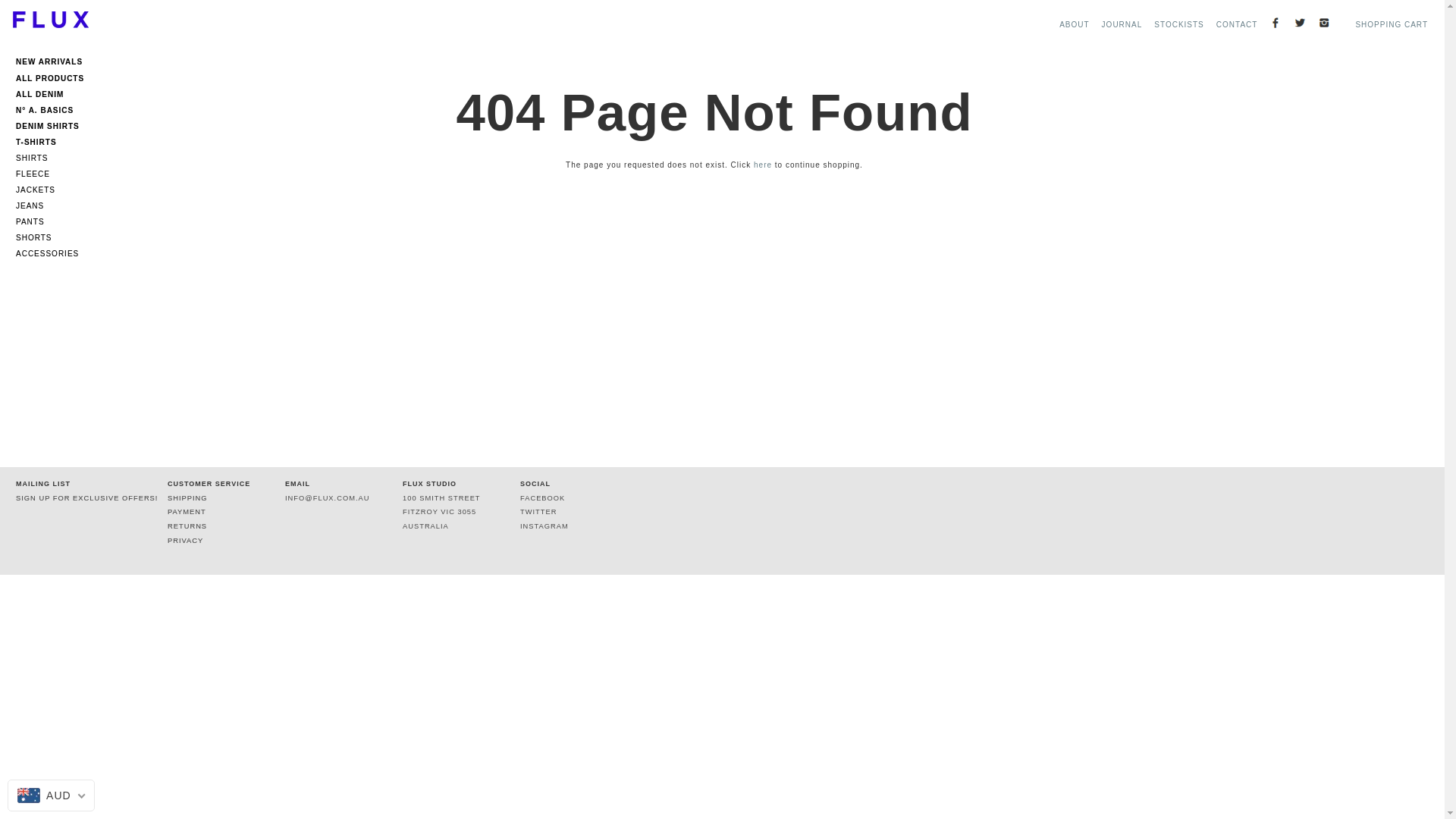 The image size is (1456, 819). What do you see at coordinates (284, 497) in the screenshot?
I see `'INFO@FLUX.COM.AU'` at bounding box center [284, 497].